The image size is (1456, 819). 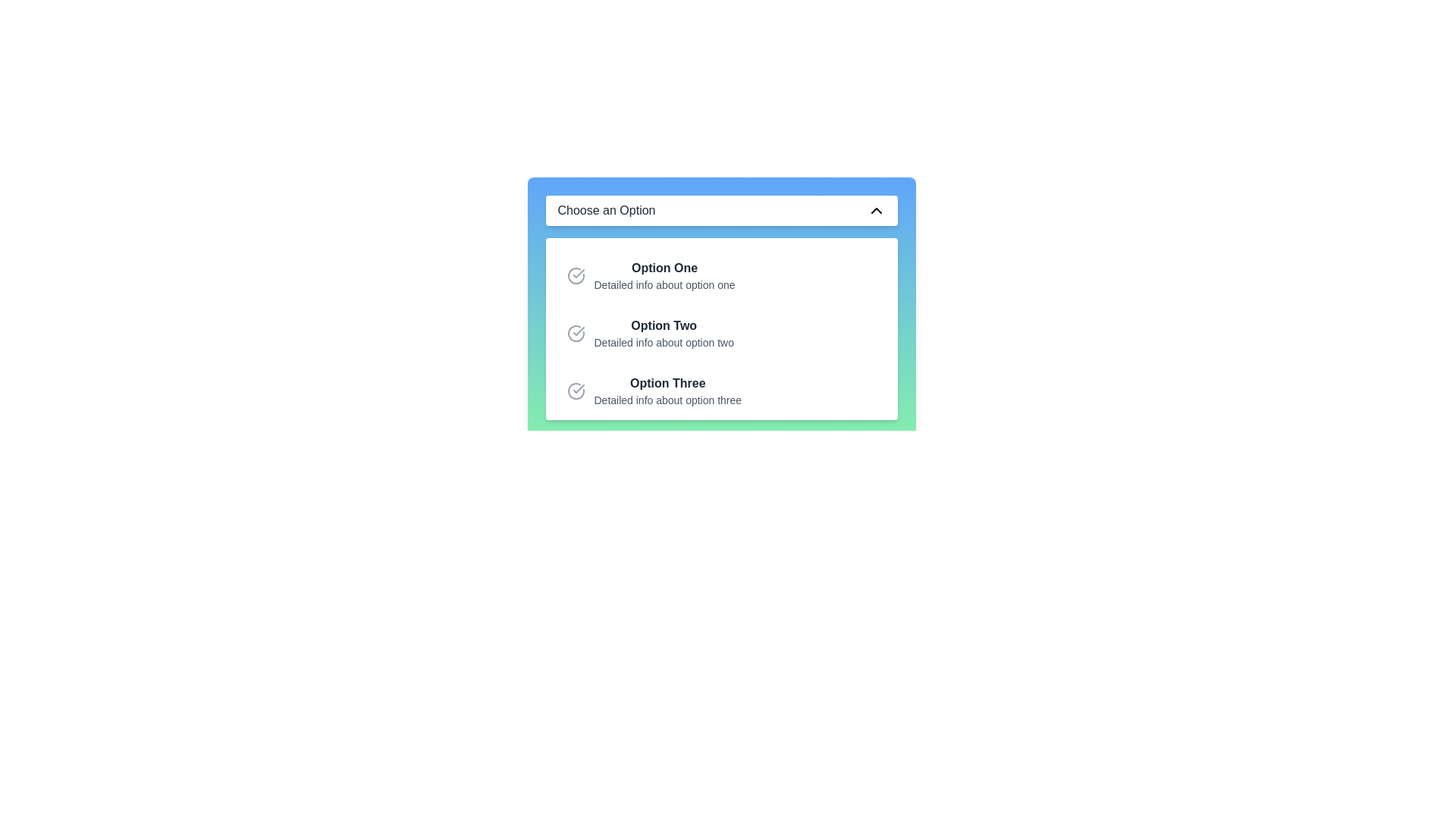 I want to click on the appearance of the circular checkmark icon located to the left of the text 'Option One', so click(x=575, y=275).